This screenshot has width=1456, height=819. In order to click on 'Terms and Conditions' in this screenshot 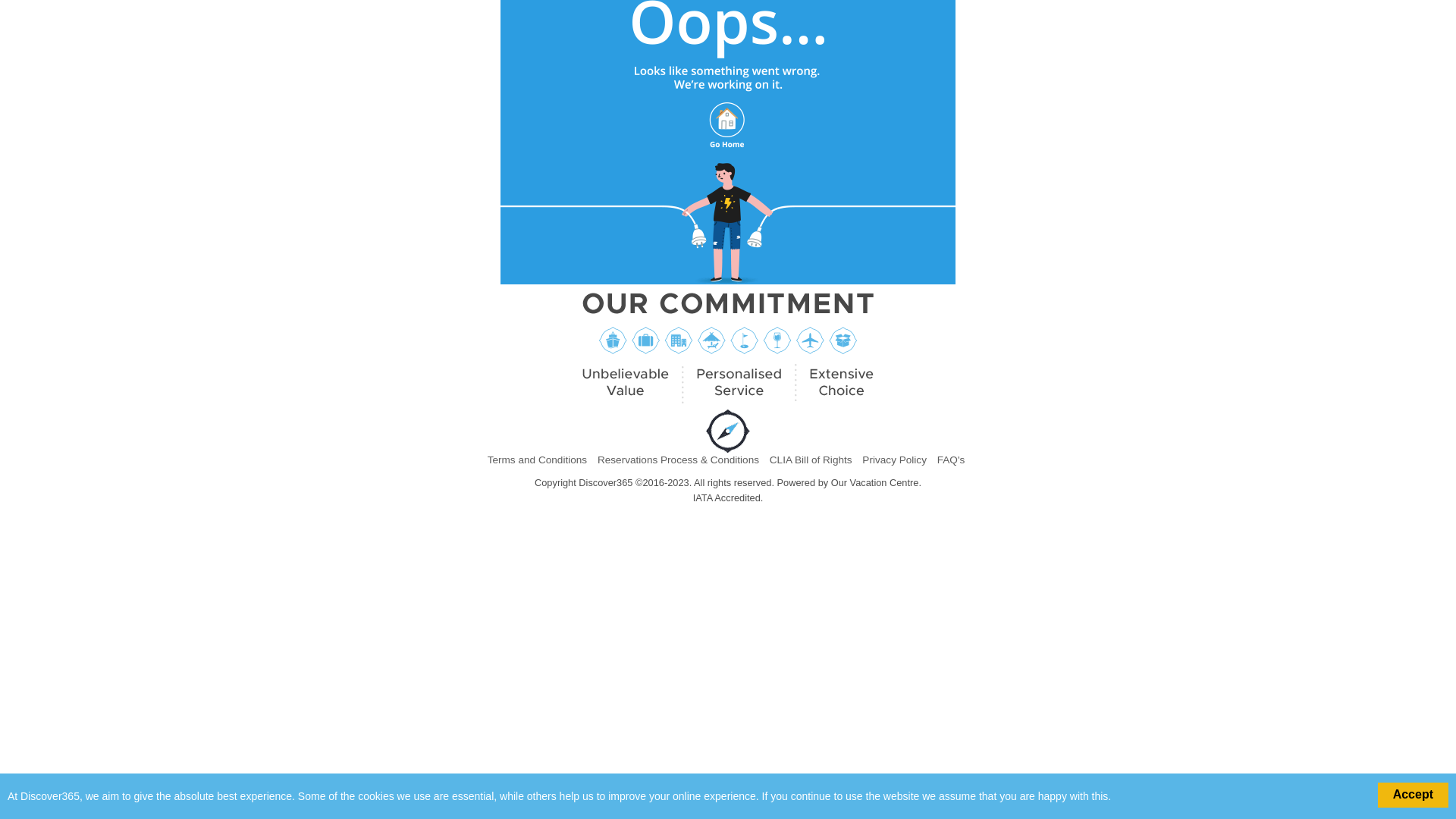, I will do `click(537, 459)`.